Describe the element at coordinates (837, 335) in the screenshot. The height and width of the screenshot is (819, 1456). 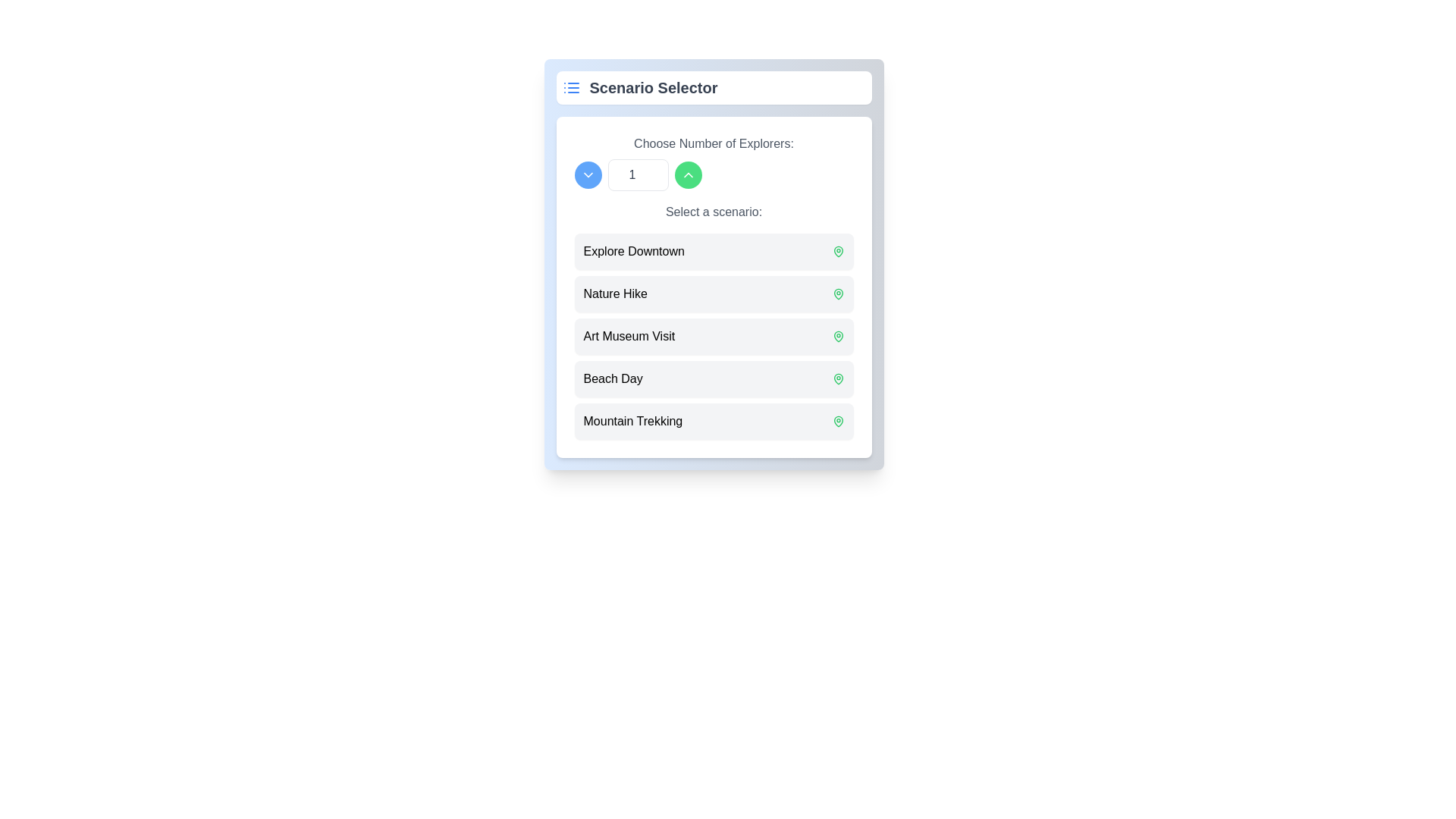
I see `the location pin icon representing the 'Art Museum Visit' option located in the third item of the 'Select a scenario' section` at that location.